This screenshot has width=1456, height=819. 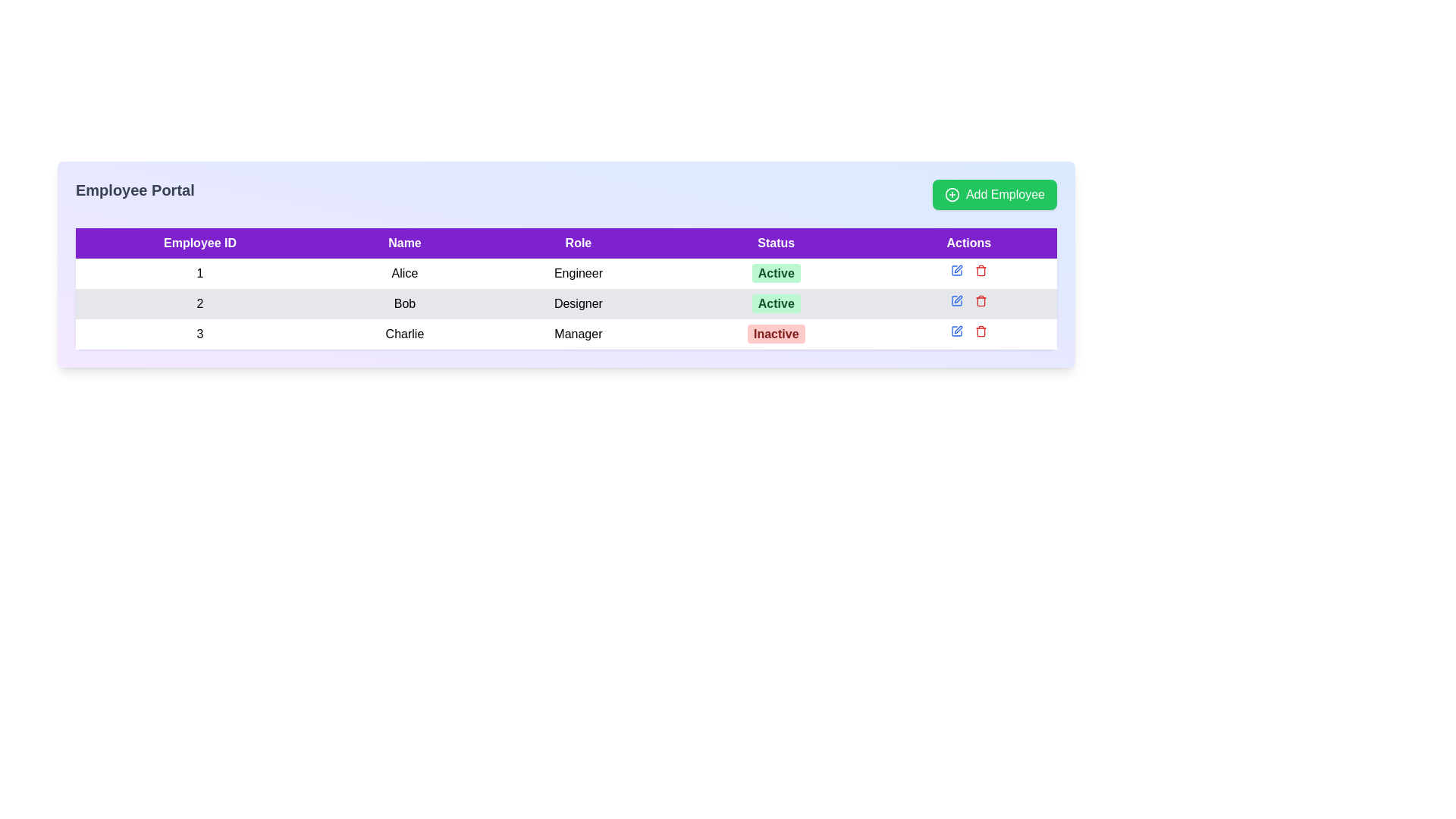 What do you see at coordinates (994, 194) in the screenshot?
I see `the green 'Add Employee' button located on the right side of the header section, aligned with the 'Employee Portal' title, to initiate the action for adding an employee` at bounding box center [994, 194].